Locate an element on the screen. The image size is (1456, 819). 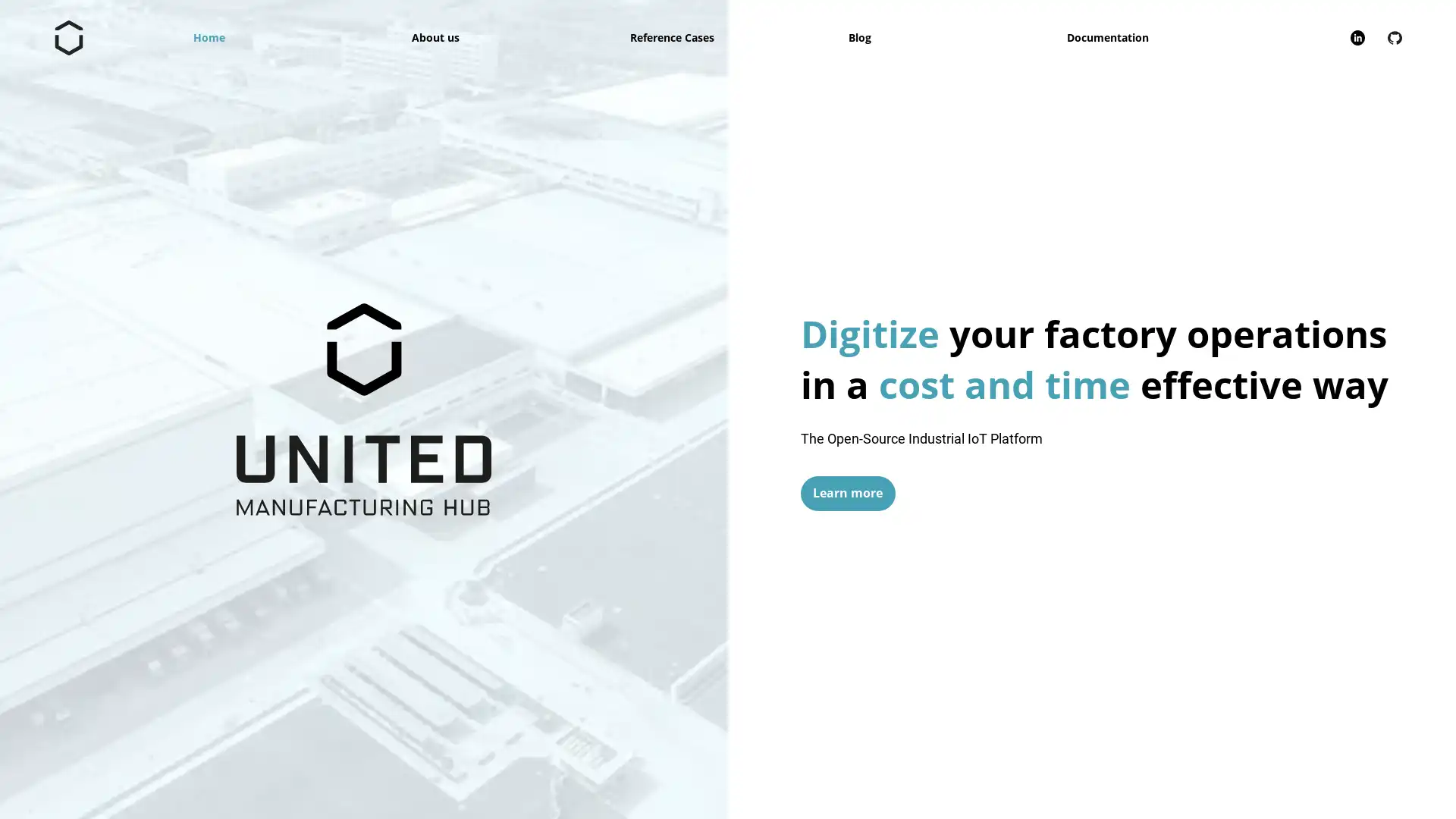
Zustimmen is located at coordinates (1376, 794).